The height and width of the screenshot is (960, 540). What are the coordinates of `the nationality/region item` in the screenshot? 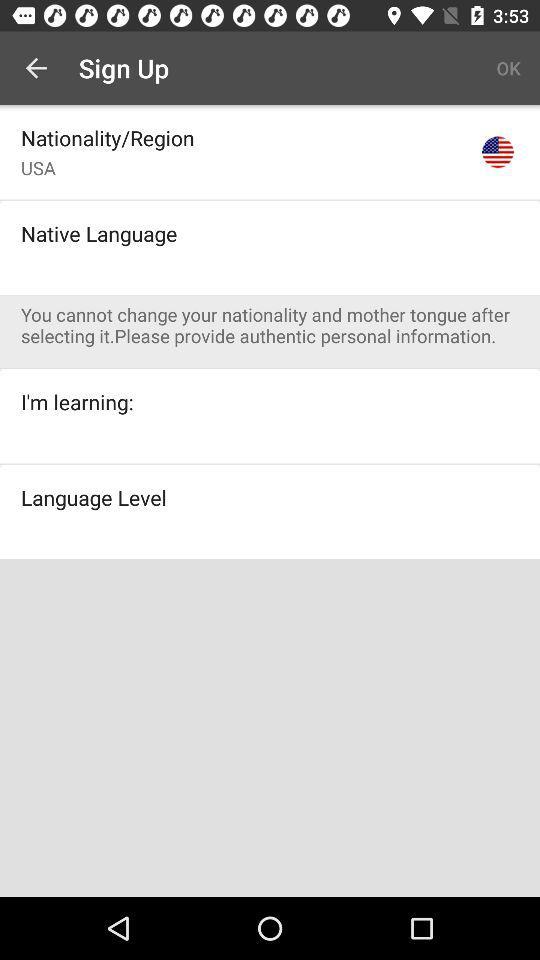 It's located at (107, 136).